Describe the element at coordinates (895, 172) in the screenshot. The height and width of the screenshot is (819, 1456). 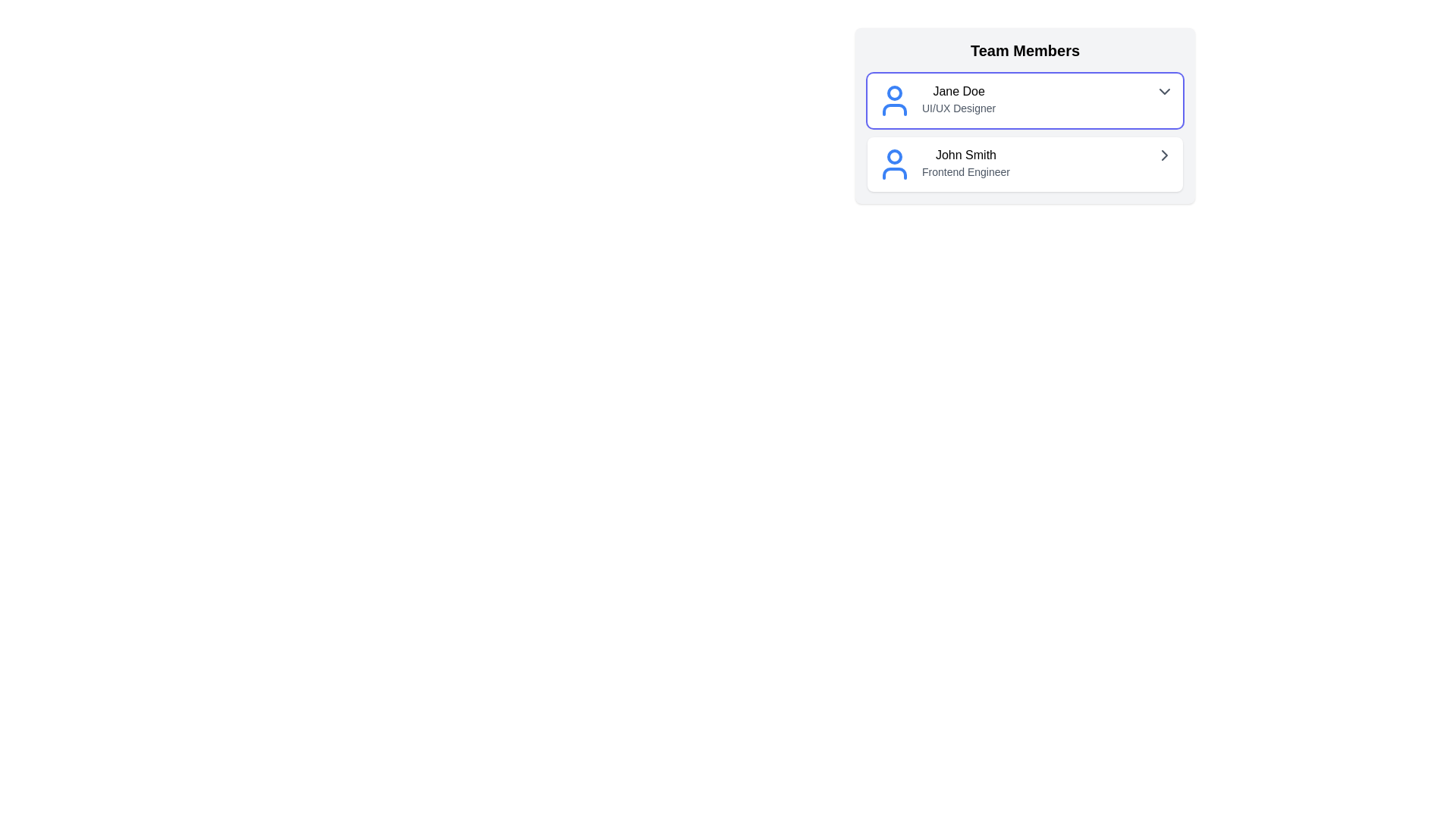
I see `the lower curved line of the user profile icon located at the left side of the card listing team member John Smith` at that location.